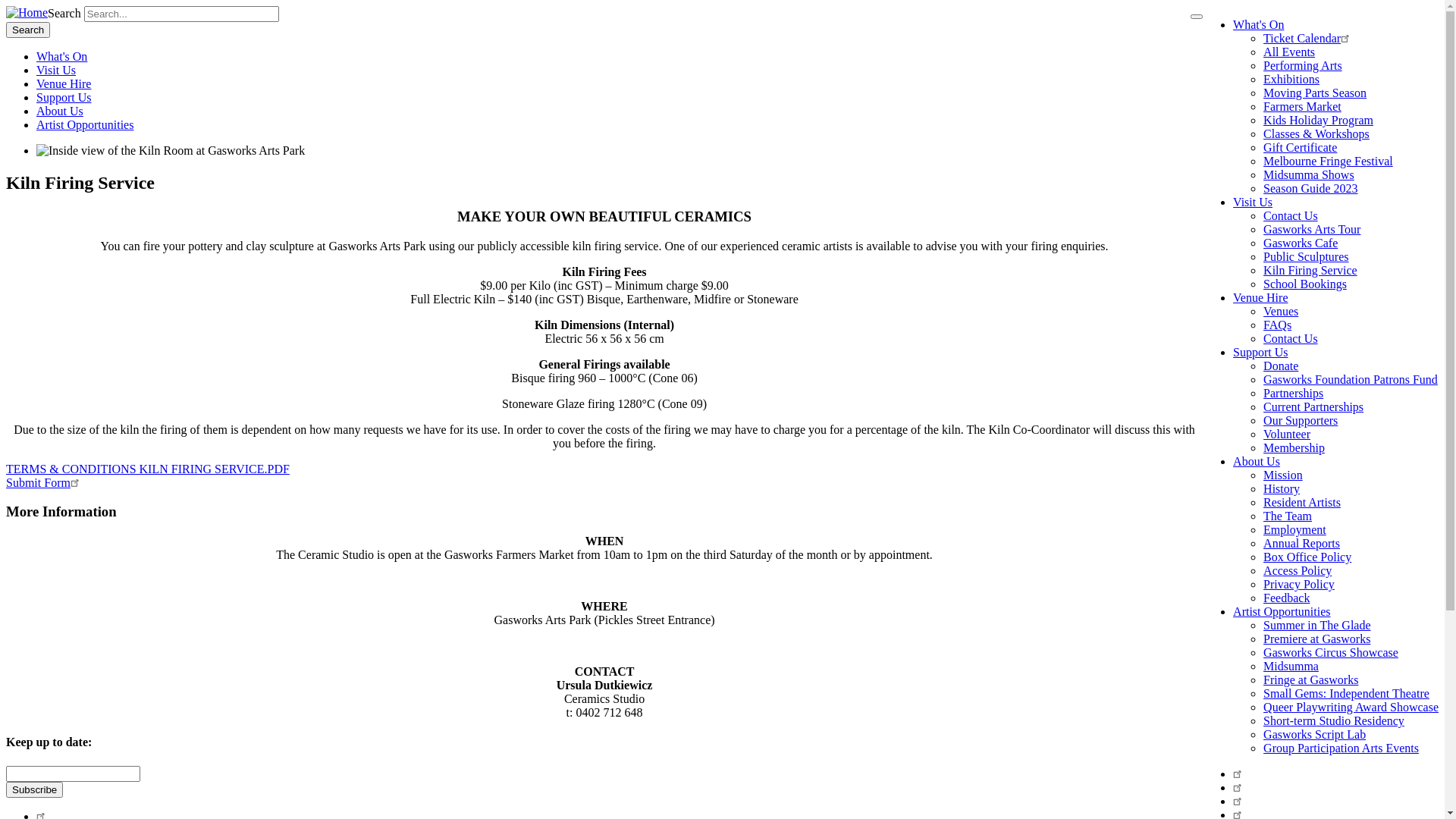 The image size is (1456, 819). What do you see at coordinates (1310, 679) in the screenshot?
I see `'Fringe at Gasworks'` at bounding box center [1310, 679].